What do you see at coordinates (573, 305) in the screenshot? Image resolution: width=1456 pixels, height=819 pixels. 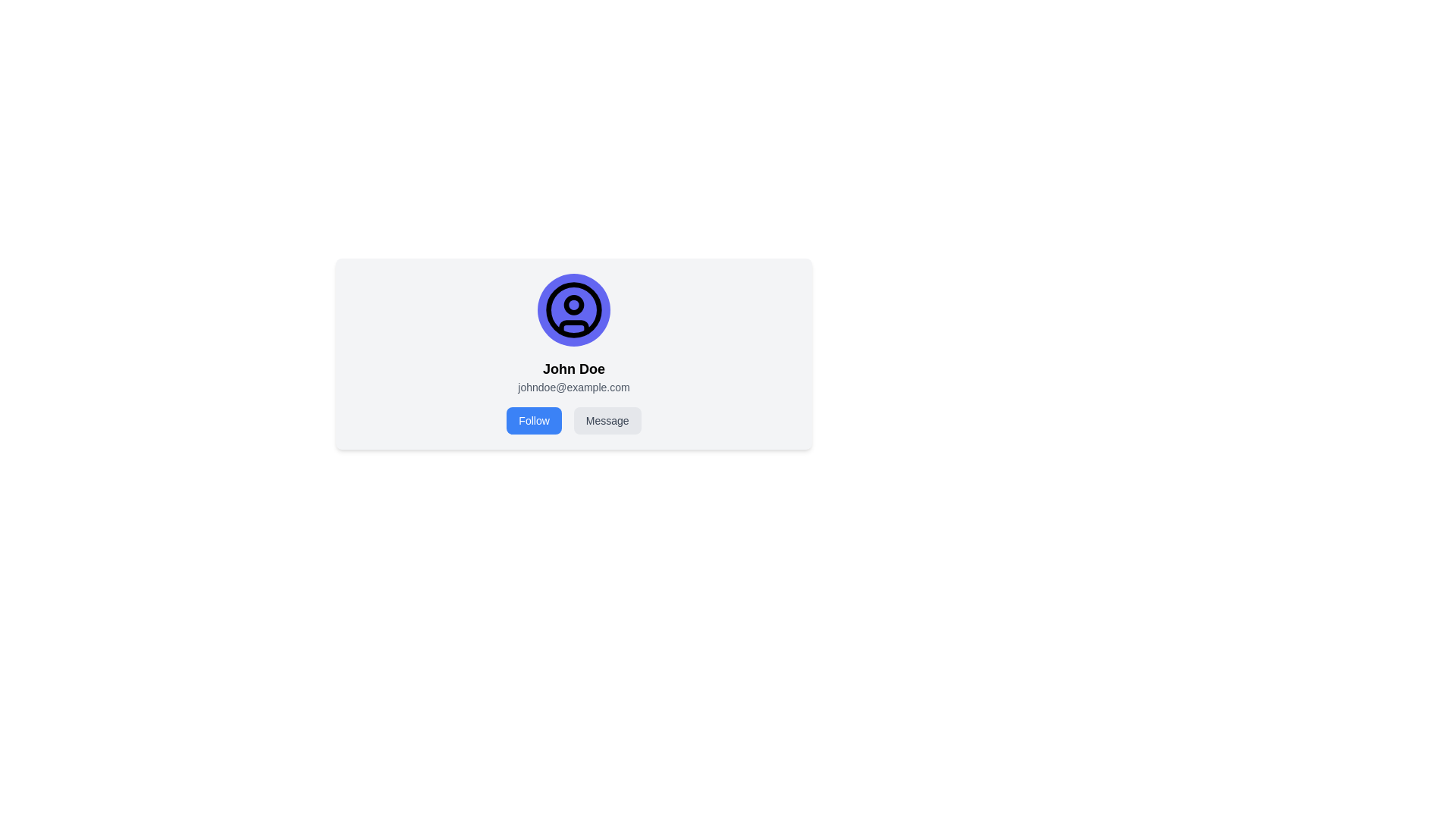 I see `the SVG Circle representing the user's head in the user profile icon` at bounding box center [573, 305].